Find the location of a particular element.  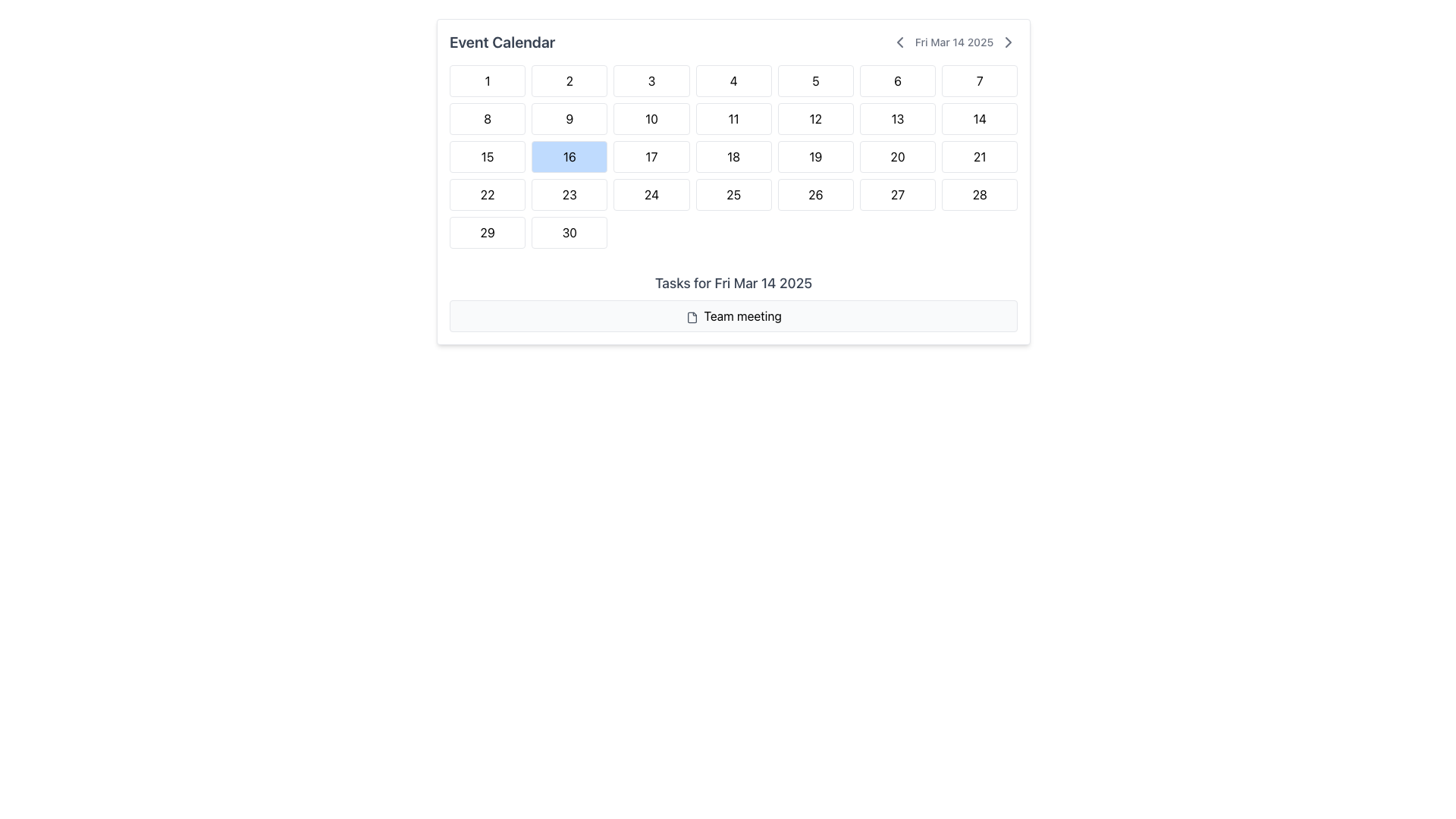

the rightward-pointing chevron button located immediately to the right of the date 'Fri Mar 14 2025' is located at coordinates (1008, 42).